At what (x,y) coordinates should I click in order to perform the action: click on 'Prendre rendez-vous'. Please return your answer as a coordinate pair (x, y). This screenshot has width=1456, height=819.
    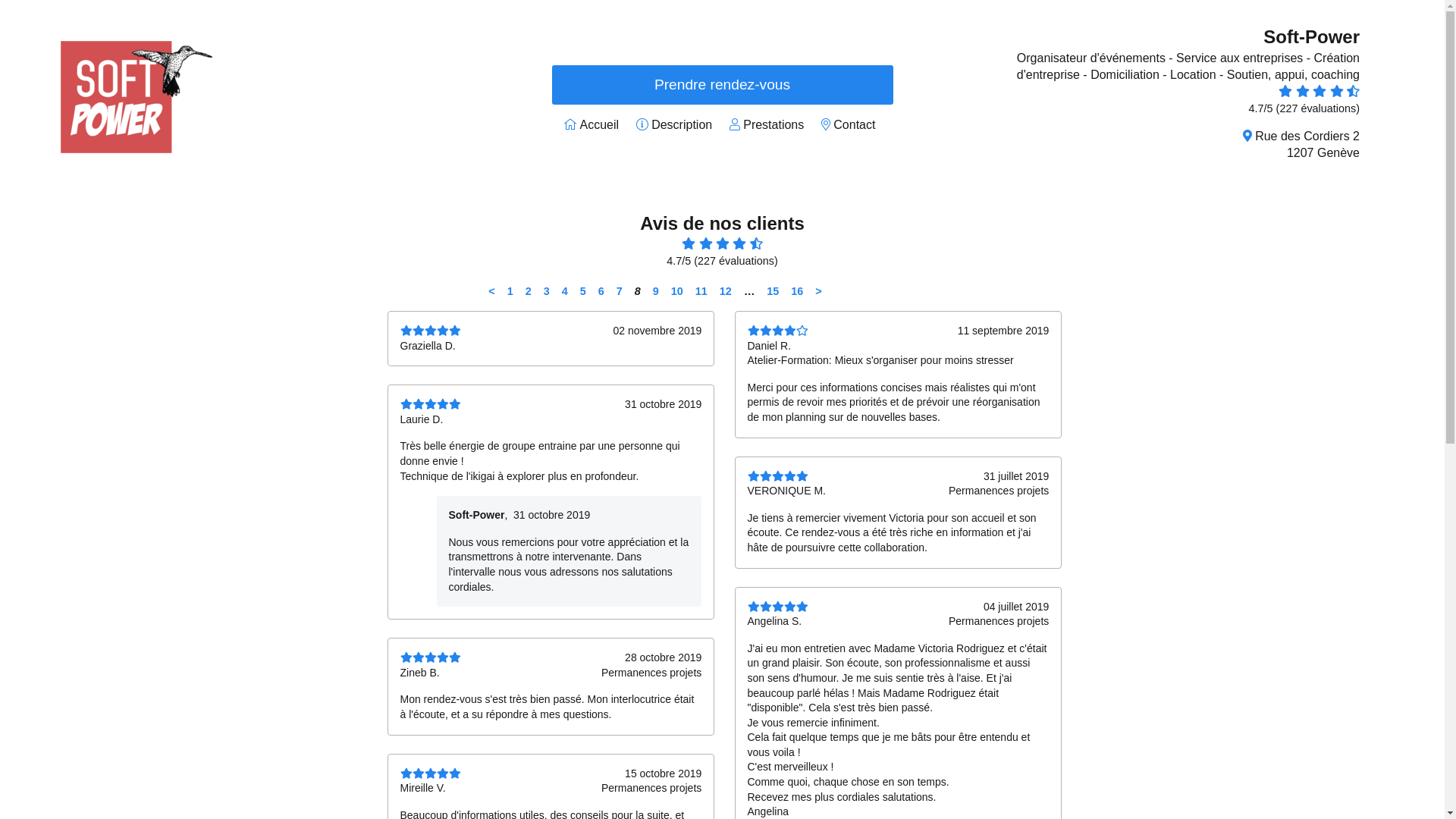
    Looking at the image, I should click on (722, 84).